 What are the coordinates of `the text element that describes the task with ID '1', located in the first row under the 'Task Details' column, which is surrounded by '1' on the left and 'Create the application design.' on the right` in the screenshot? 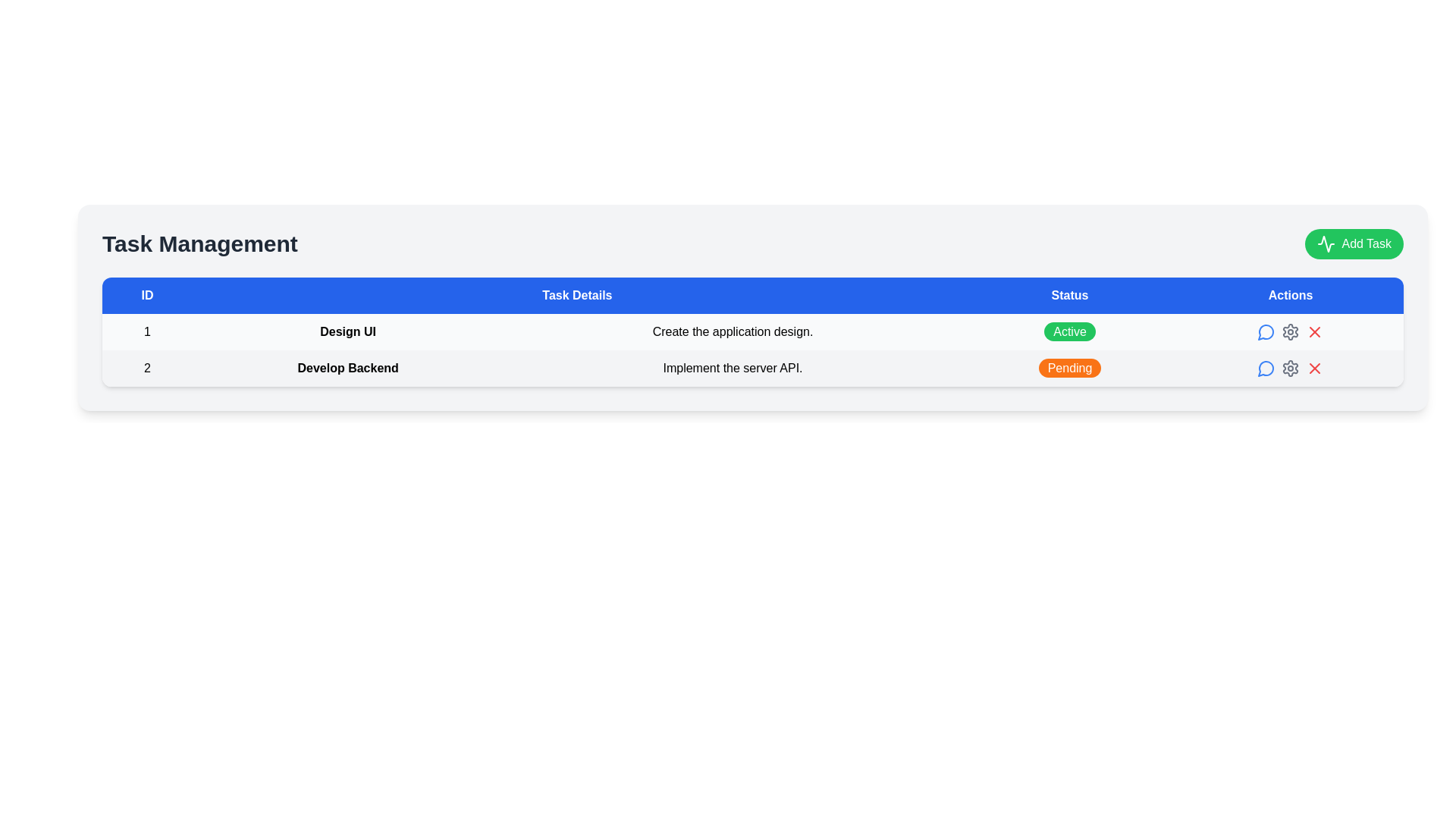 It's located at (347, 331).